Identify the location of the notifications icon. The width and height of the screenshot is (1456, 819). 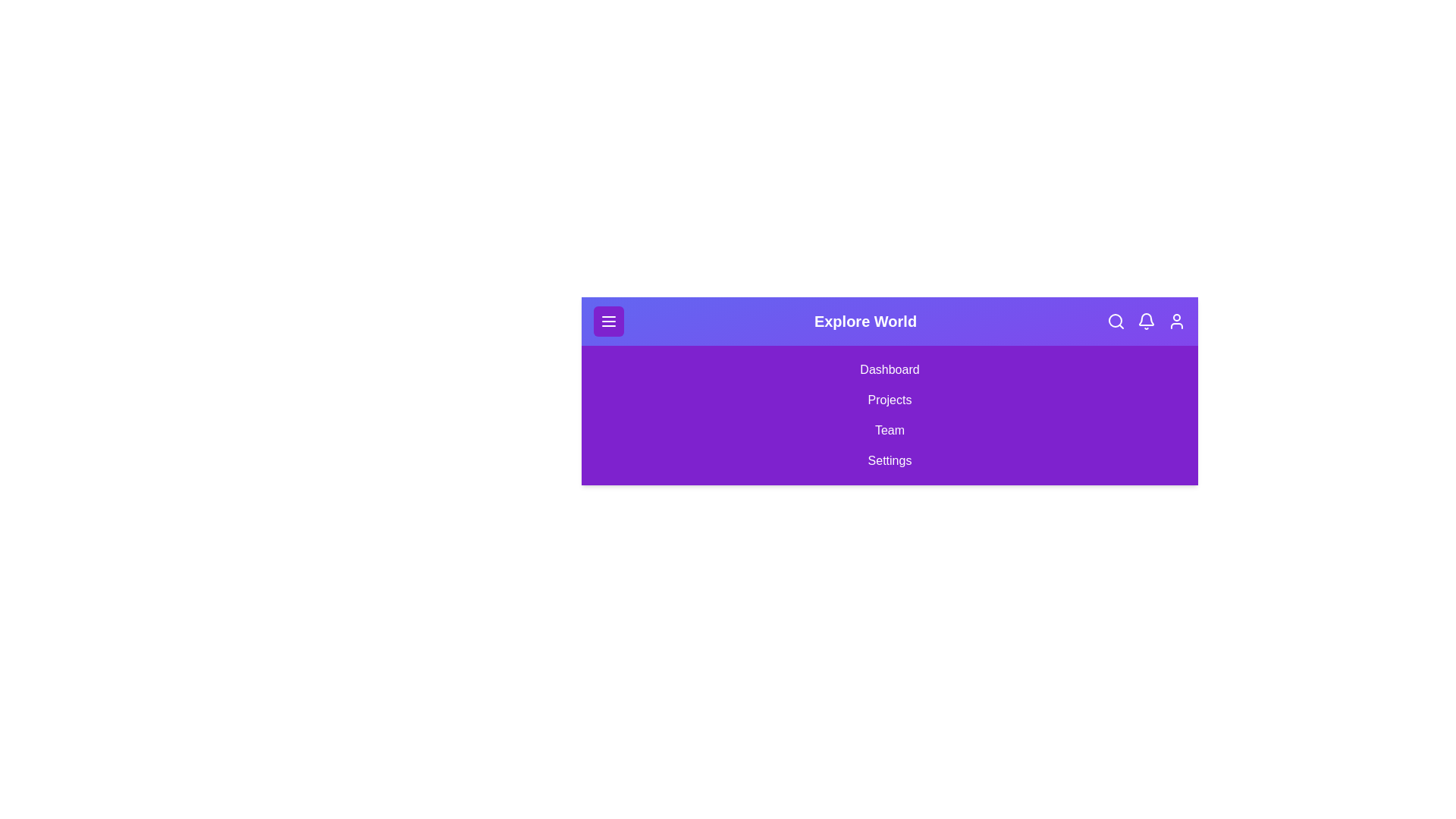
(1147, 321).